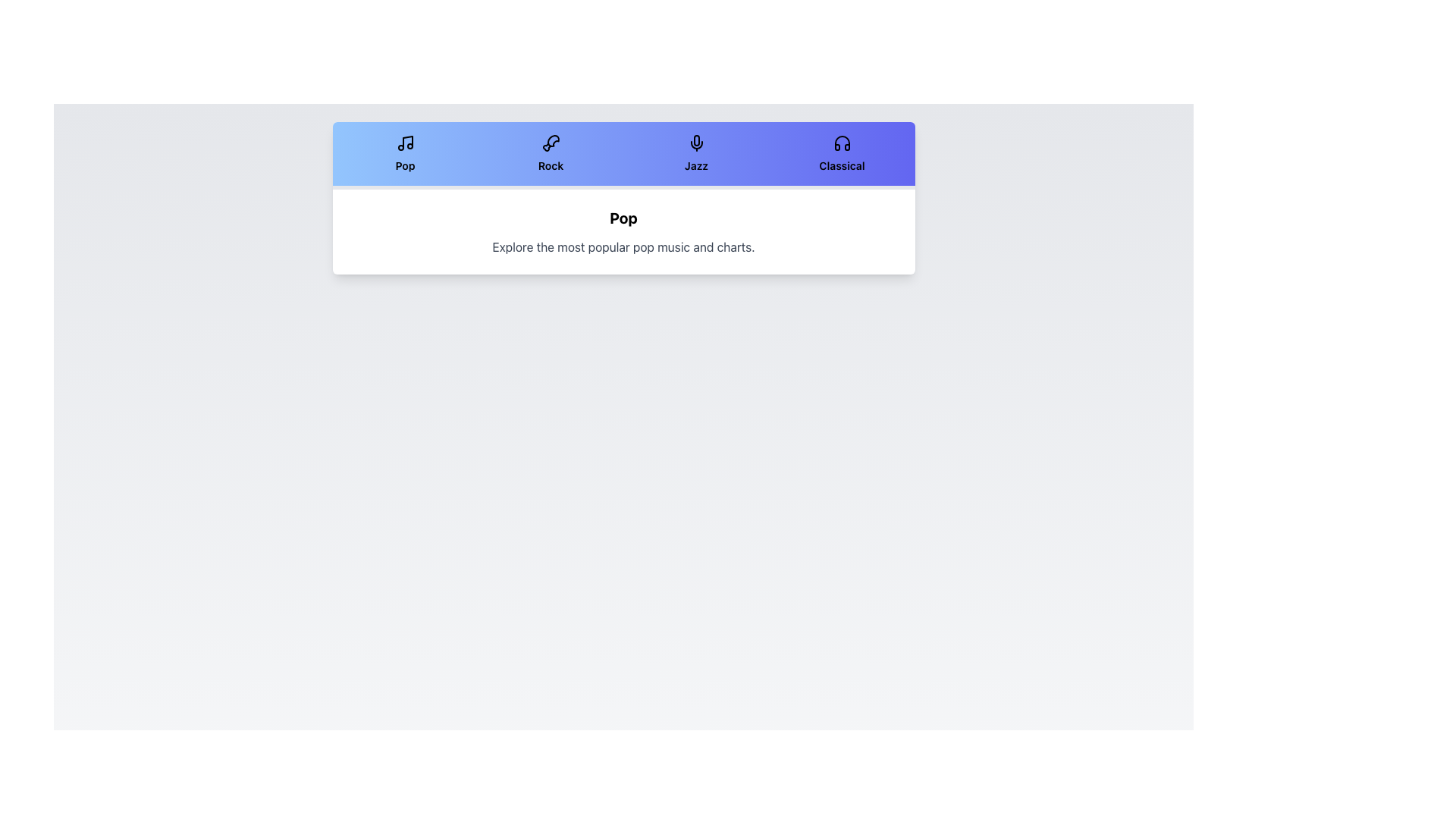 The width and height of the screenshot is (1456, 819). Describe the element at coordinates (405, 166) in the screenshot. I see `the text label located beneath the music note icon` at that location.